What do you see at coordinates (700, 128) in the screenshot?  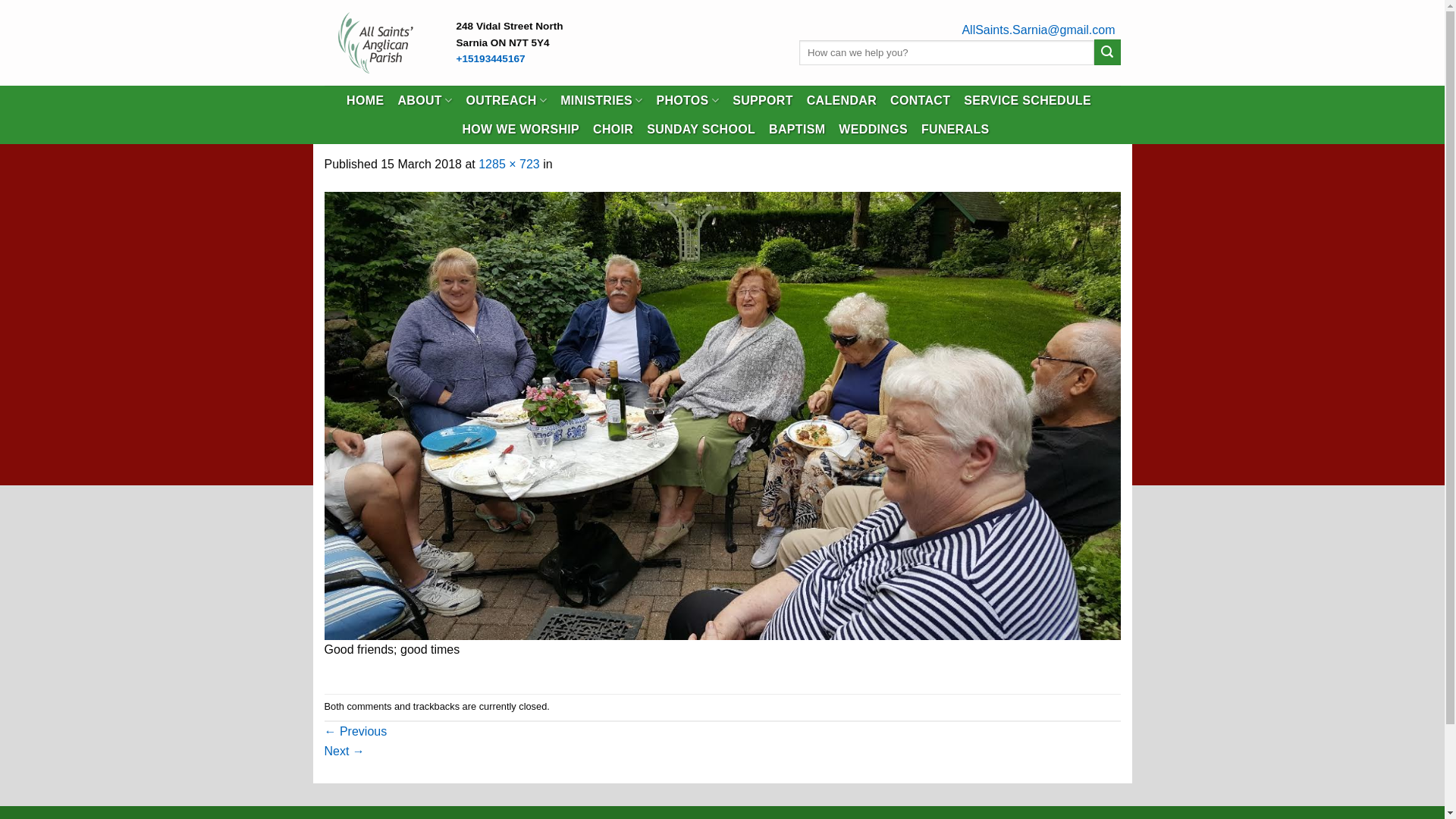 I see `'SUNDAY SCHOOL'` at bounding box center [700, 128].